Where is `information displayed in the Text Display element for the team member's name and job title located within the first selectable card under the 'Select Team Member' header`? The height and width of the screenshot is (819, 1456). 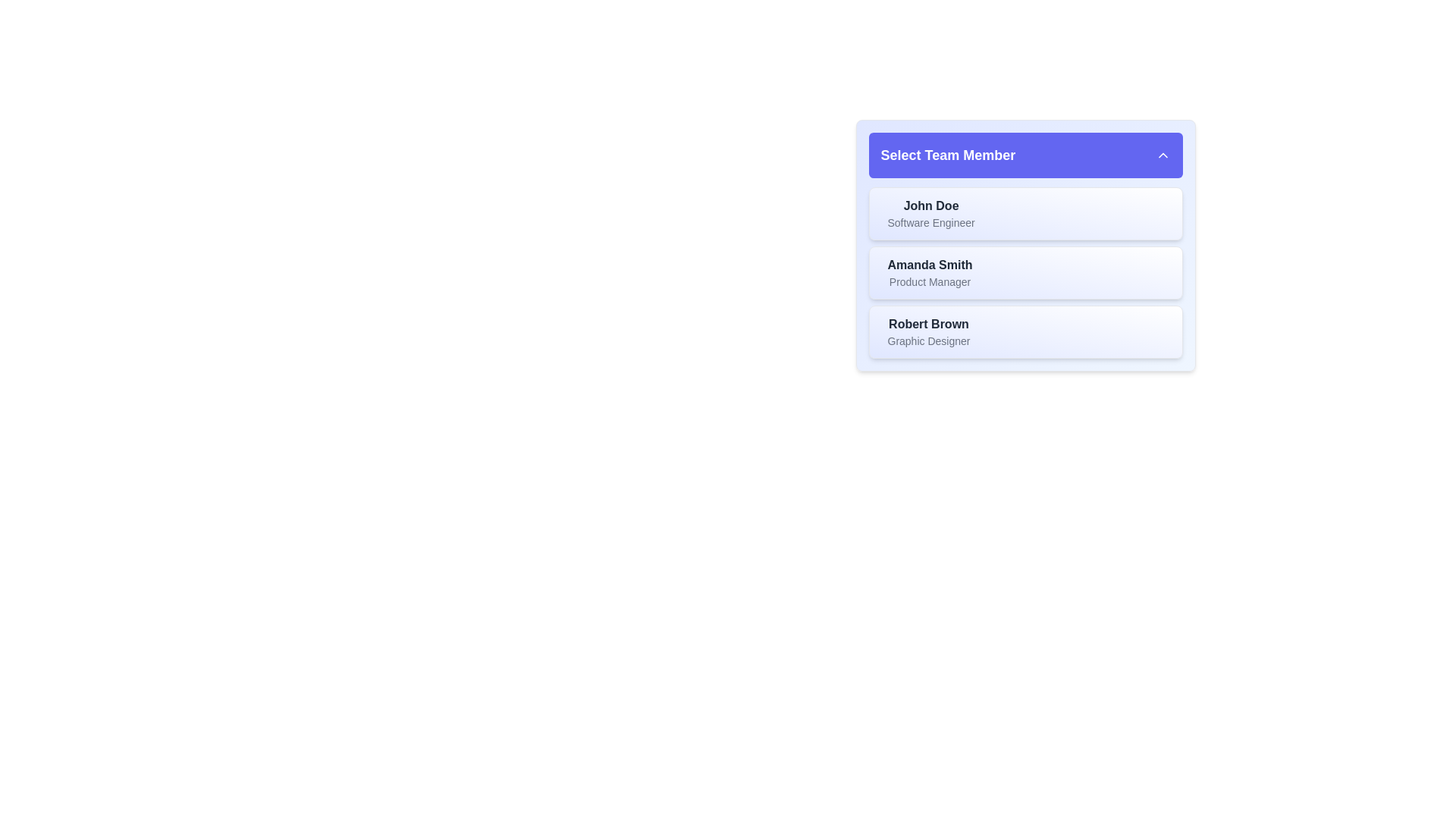
information displayed in the Text Display element for the team member's name and job title located within the first selectable card under the 'Select Team Member' header is located at coordinates (930, 213).